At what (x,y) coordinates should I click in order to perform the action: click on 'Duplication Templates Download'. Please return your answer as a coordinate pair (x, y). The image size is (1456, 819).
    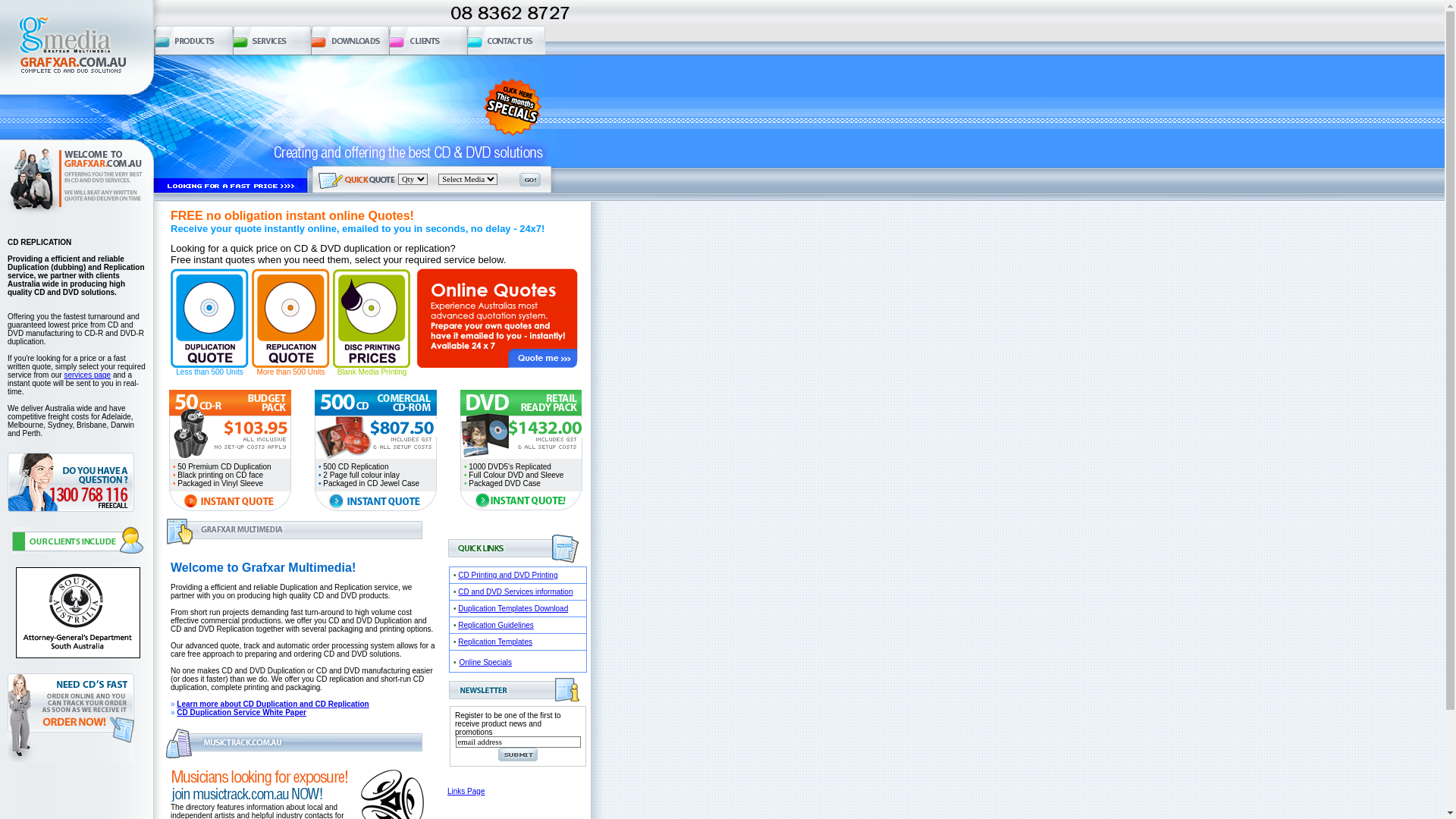
    Looking at the image, I should click on (513, 607).